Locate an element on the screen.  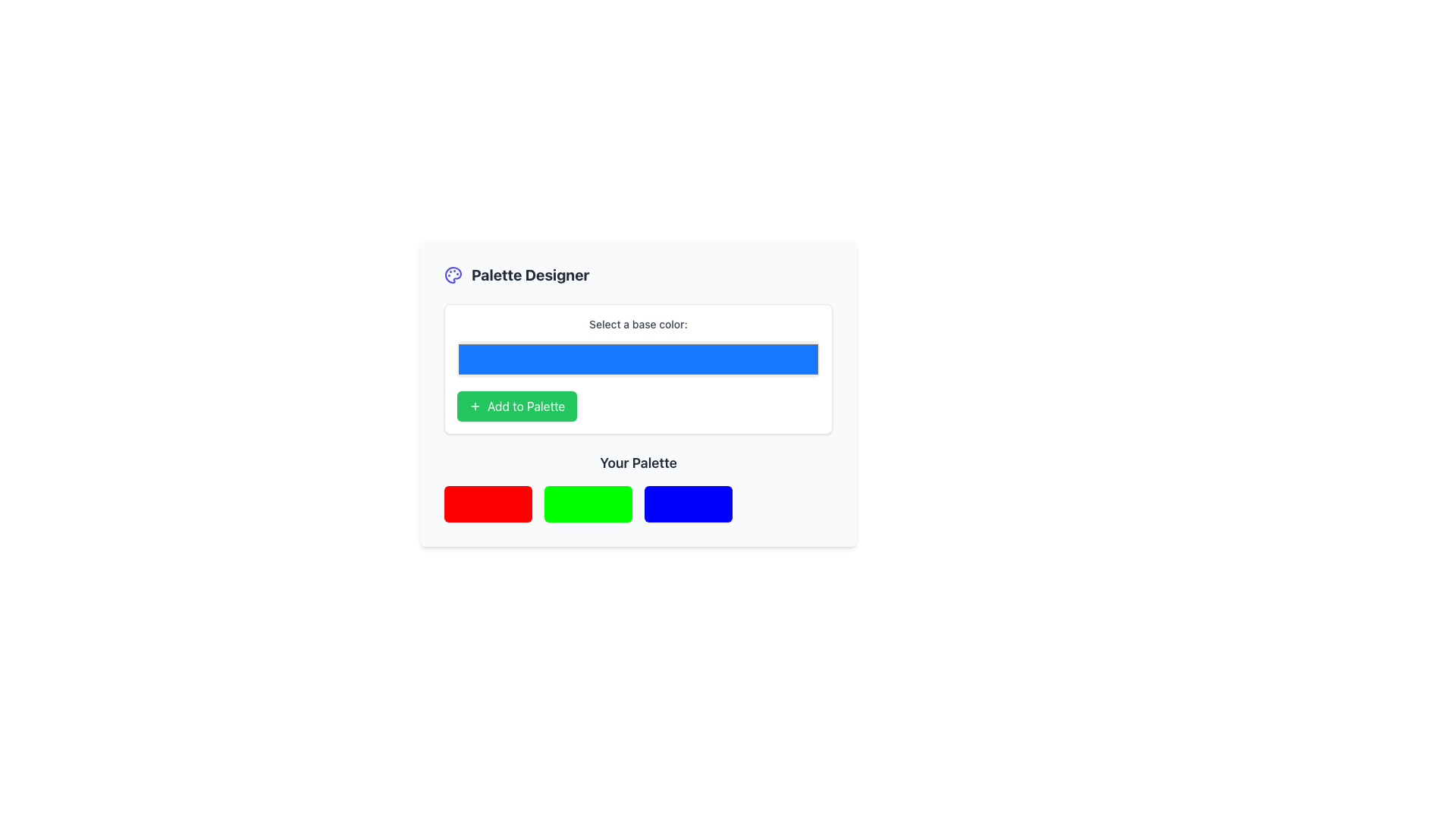
the solid blue colored box is located at coordinates (687, 504).